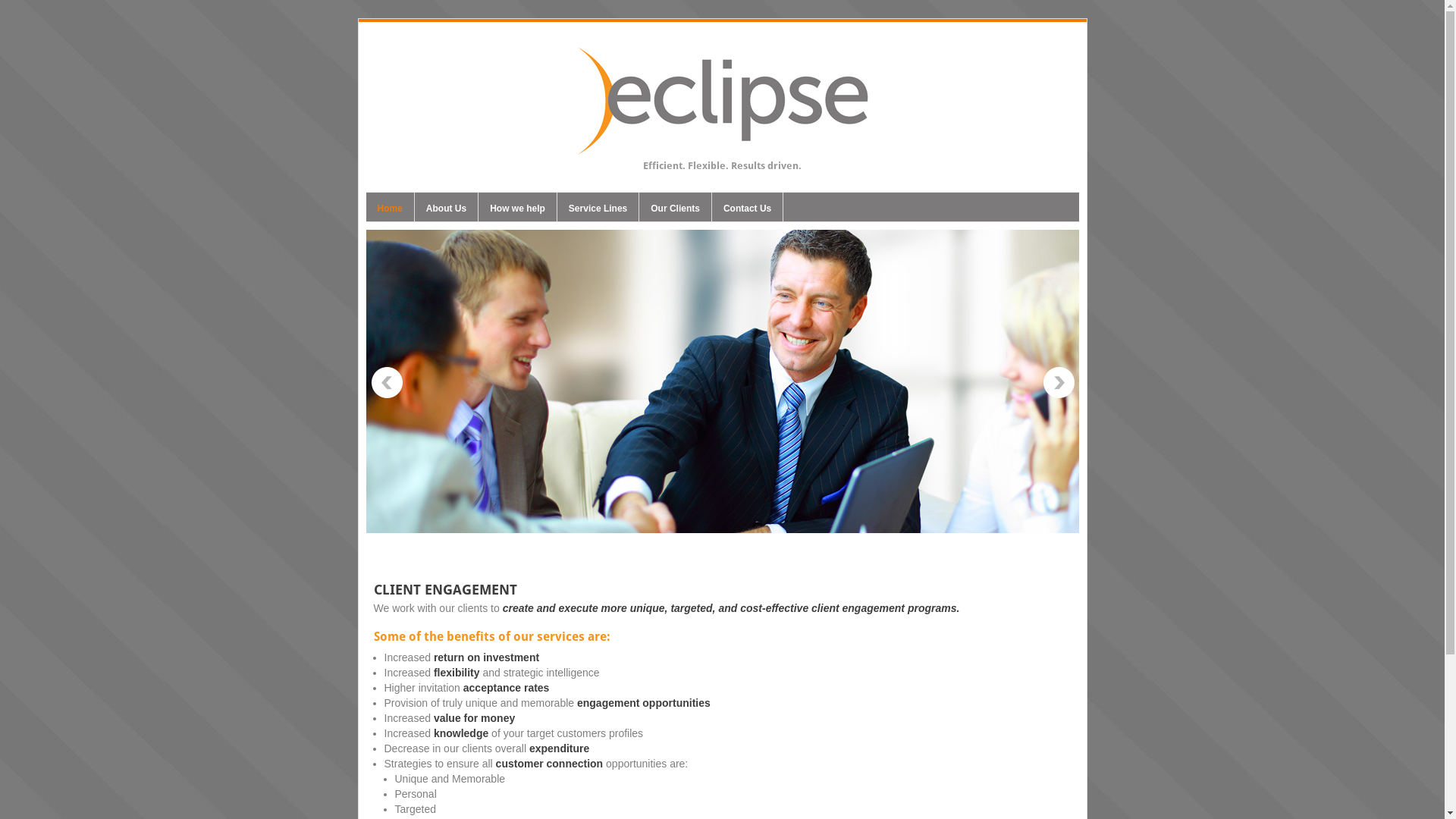 This screenshot has height=819, width=1456. Describe the element at coordinates (517, 210) in the screenshot. I see `'How we help'` at that location.